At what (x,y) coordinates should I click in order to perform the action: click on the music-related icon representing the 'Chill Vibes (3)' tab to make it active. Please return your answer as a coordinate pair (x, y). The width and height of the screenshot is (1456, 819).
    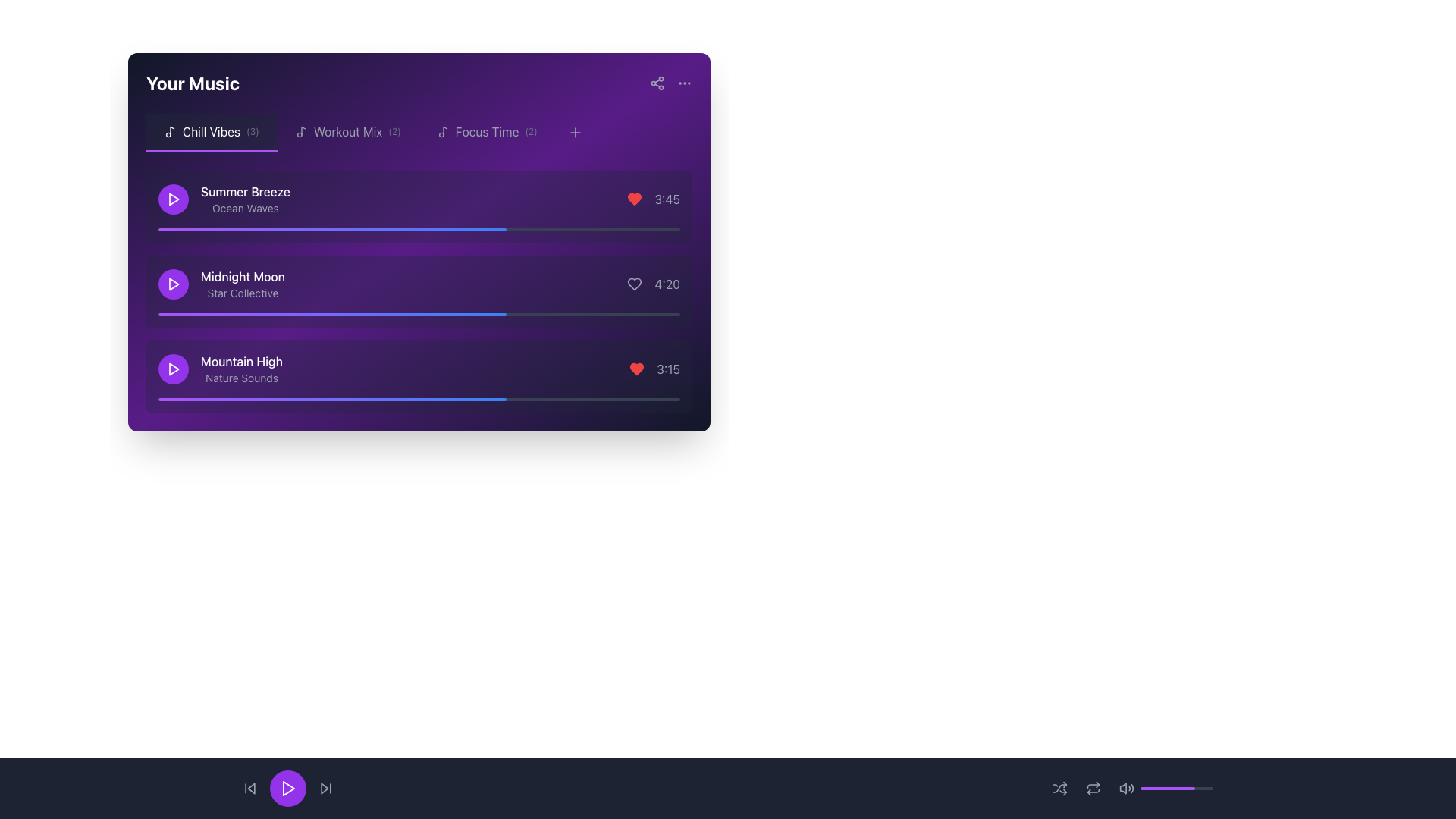
    Looking at the image, I should click on (171, 130).